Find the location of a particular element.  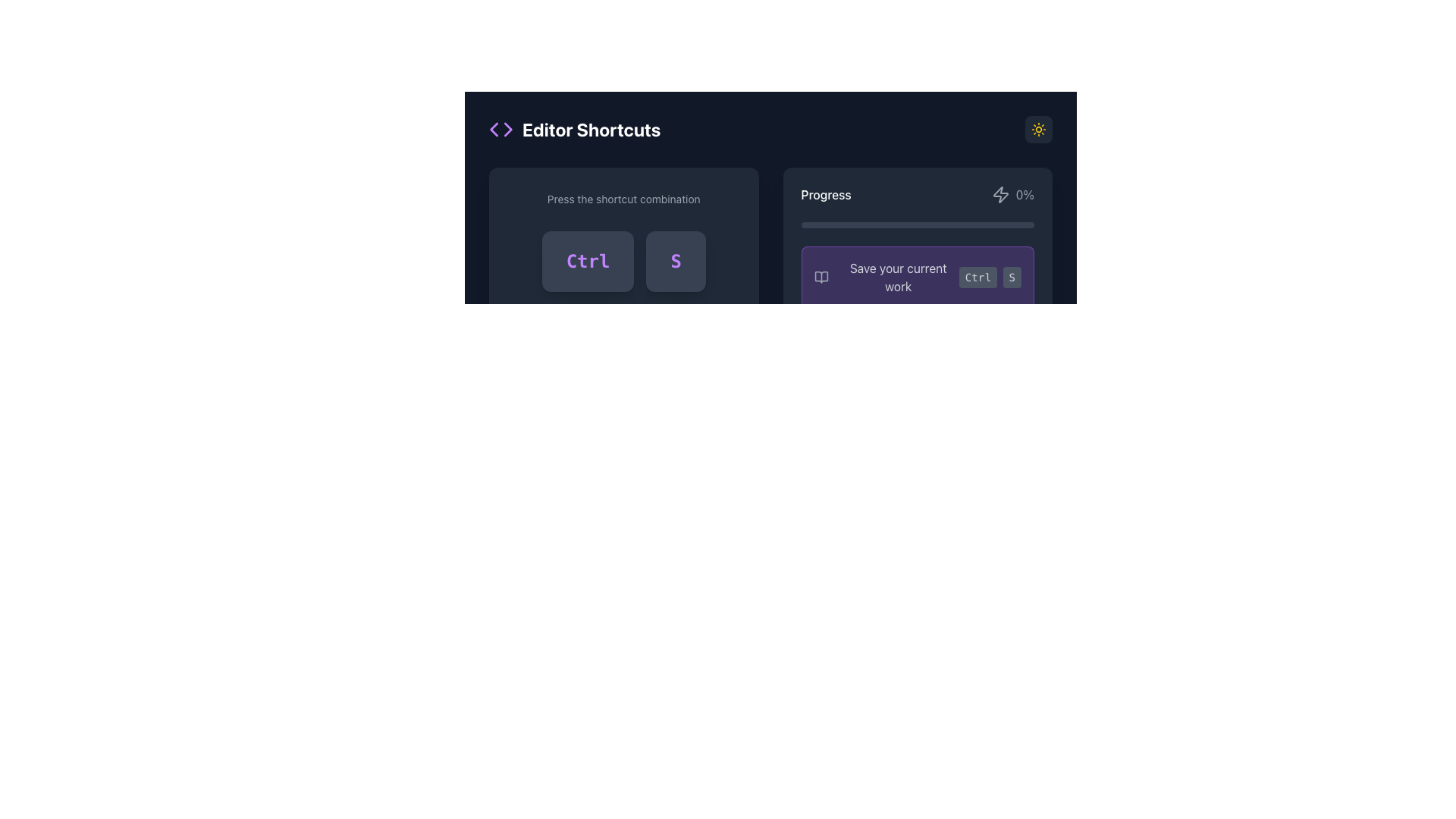

the 'S' key representation in the keyboard shortcuts section of the application, which is located to the right of the 'Ctrl' key and is part of the 'Editor Shortcuts' layout is located at coordinates (1012, 278).